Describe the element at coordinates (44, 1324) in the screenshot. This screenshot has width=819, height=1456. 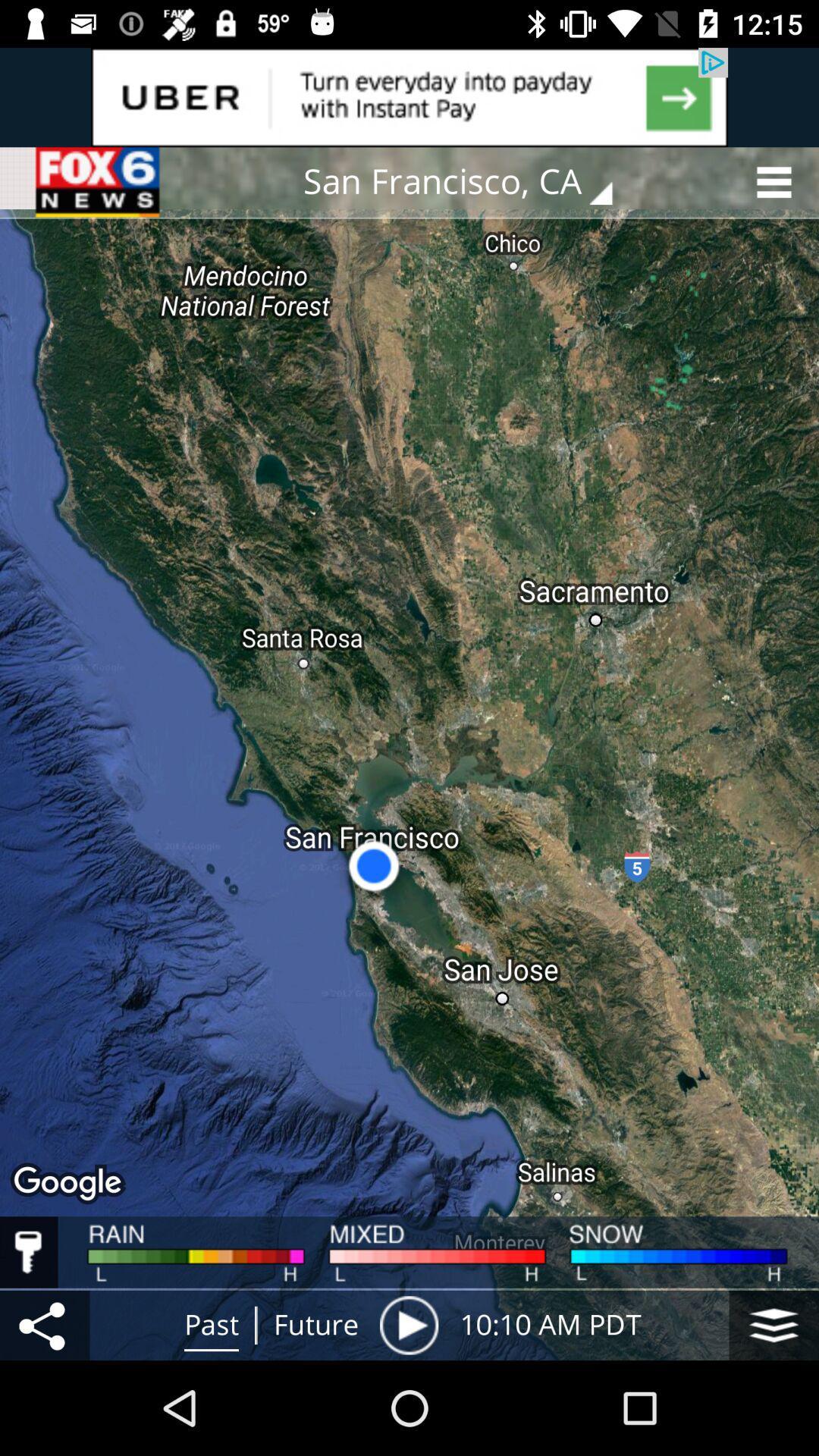
I see `the share icon` at that location.